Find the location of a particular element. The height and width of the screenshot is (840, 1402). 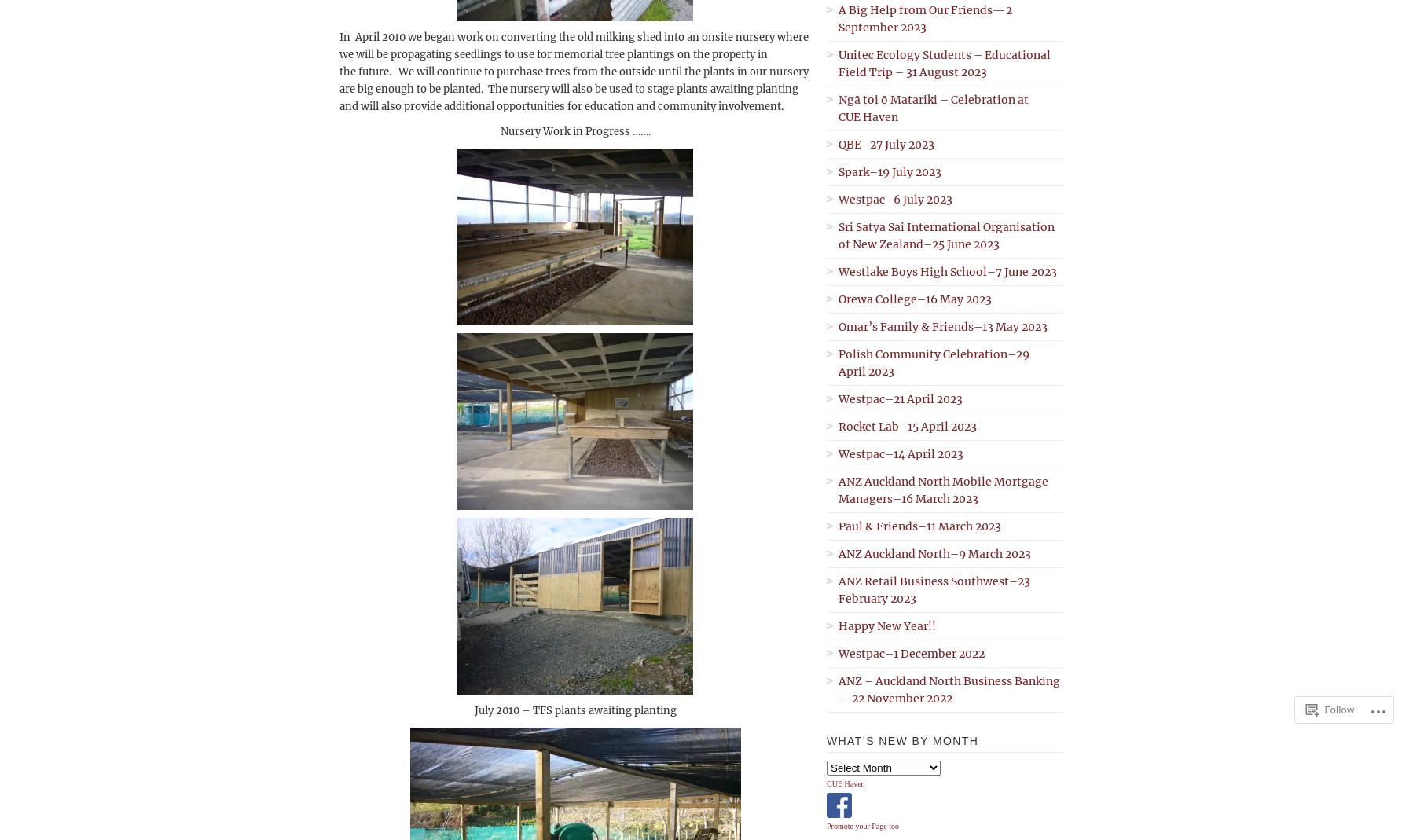

'Promote your Page too' is located at coordinates (861, 826).